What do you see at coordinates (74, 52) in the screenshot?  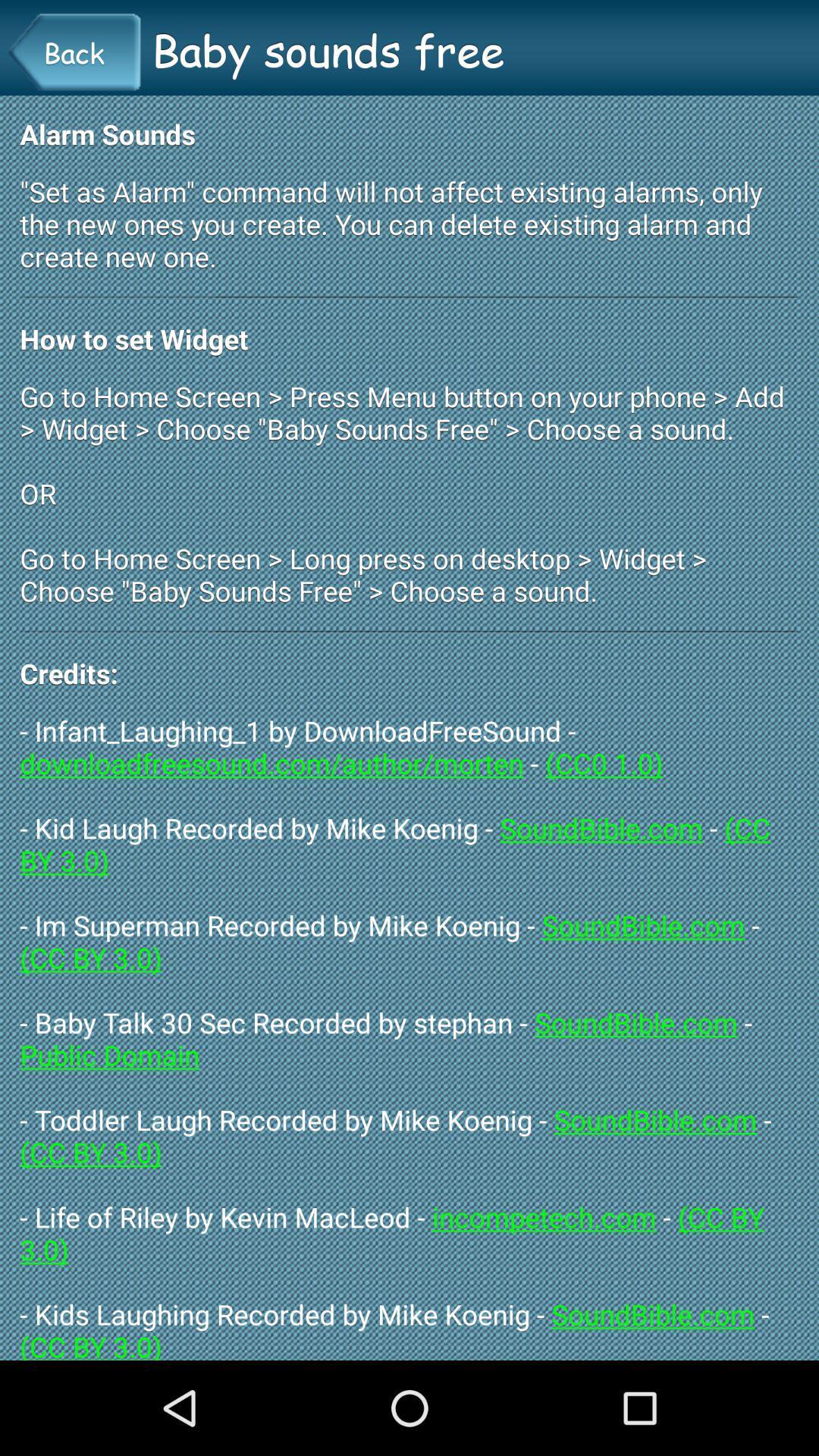 I see `the back button` at bounding box center [74, 52].